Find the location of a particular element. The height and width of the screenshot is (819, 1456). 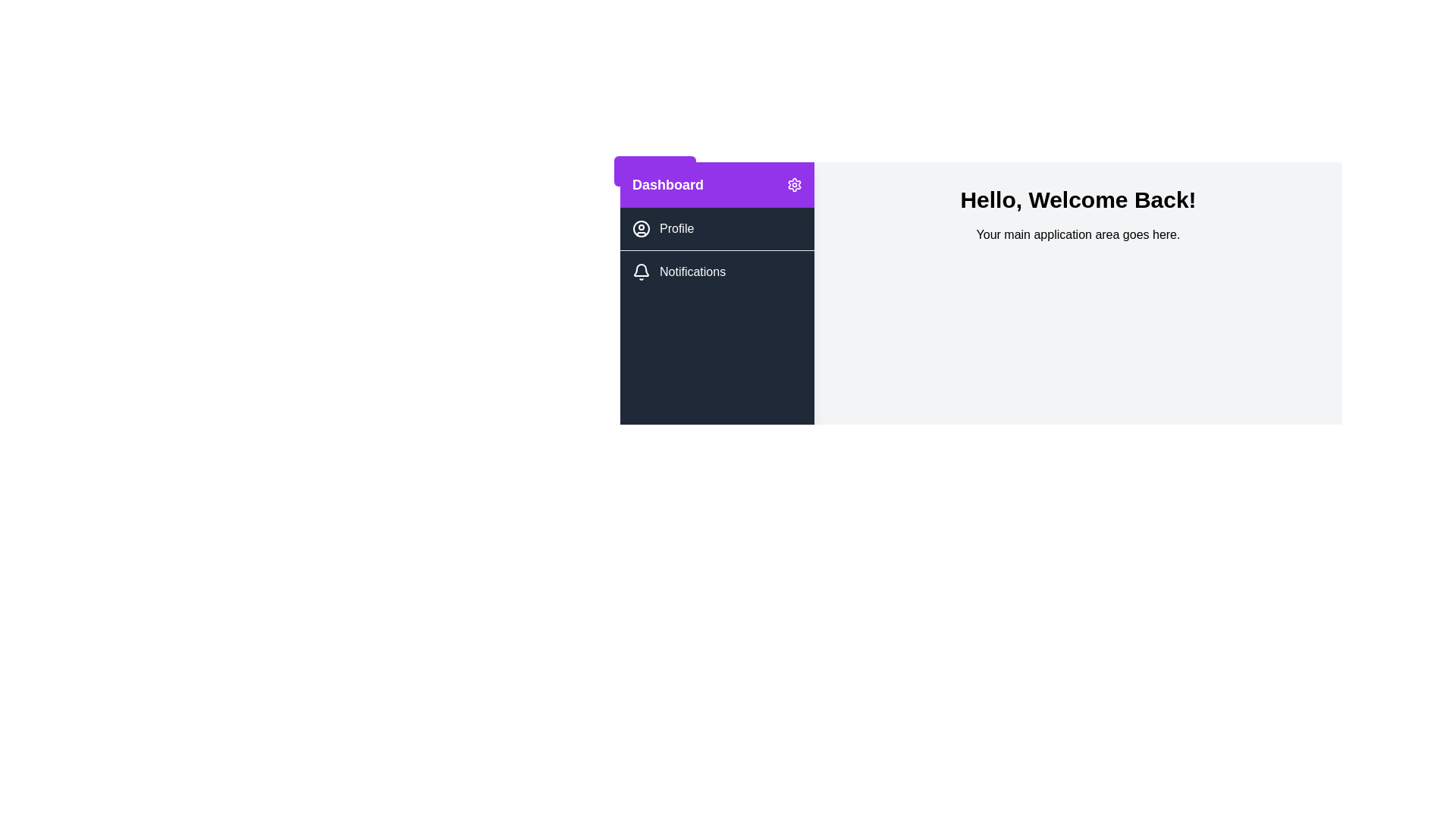

the bell-shaped icon located to the left of the 'Notifications' text in the sidebar under the 'Dashboard' section is located at coordinates (641, 271).